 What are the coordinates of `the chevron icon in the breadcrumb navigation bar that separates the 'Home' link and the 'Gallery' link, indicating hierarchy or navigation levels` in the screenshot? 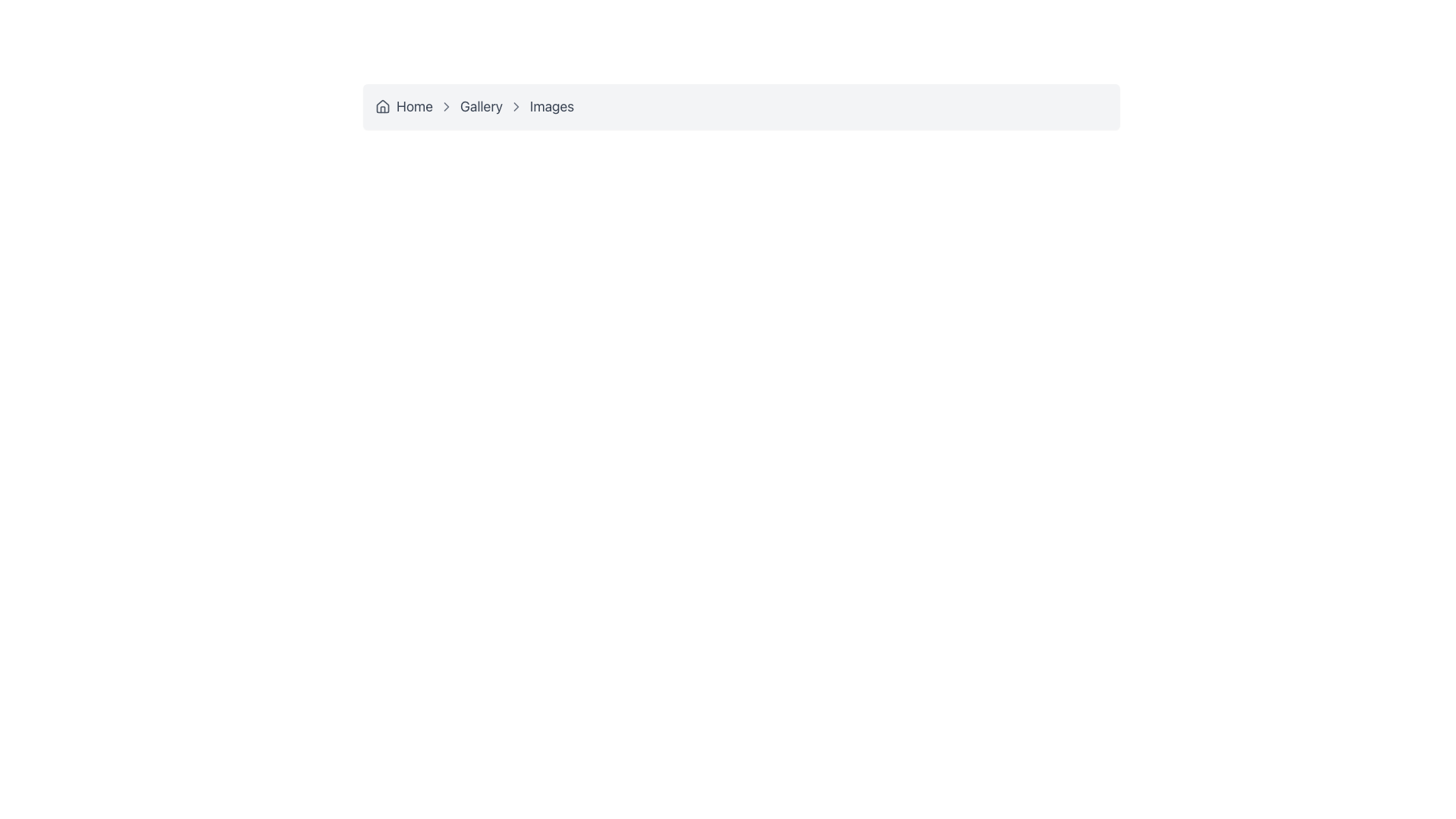 It's located at (446, 106).